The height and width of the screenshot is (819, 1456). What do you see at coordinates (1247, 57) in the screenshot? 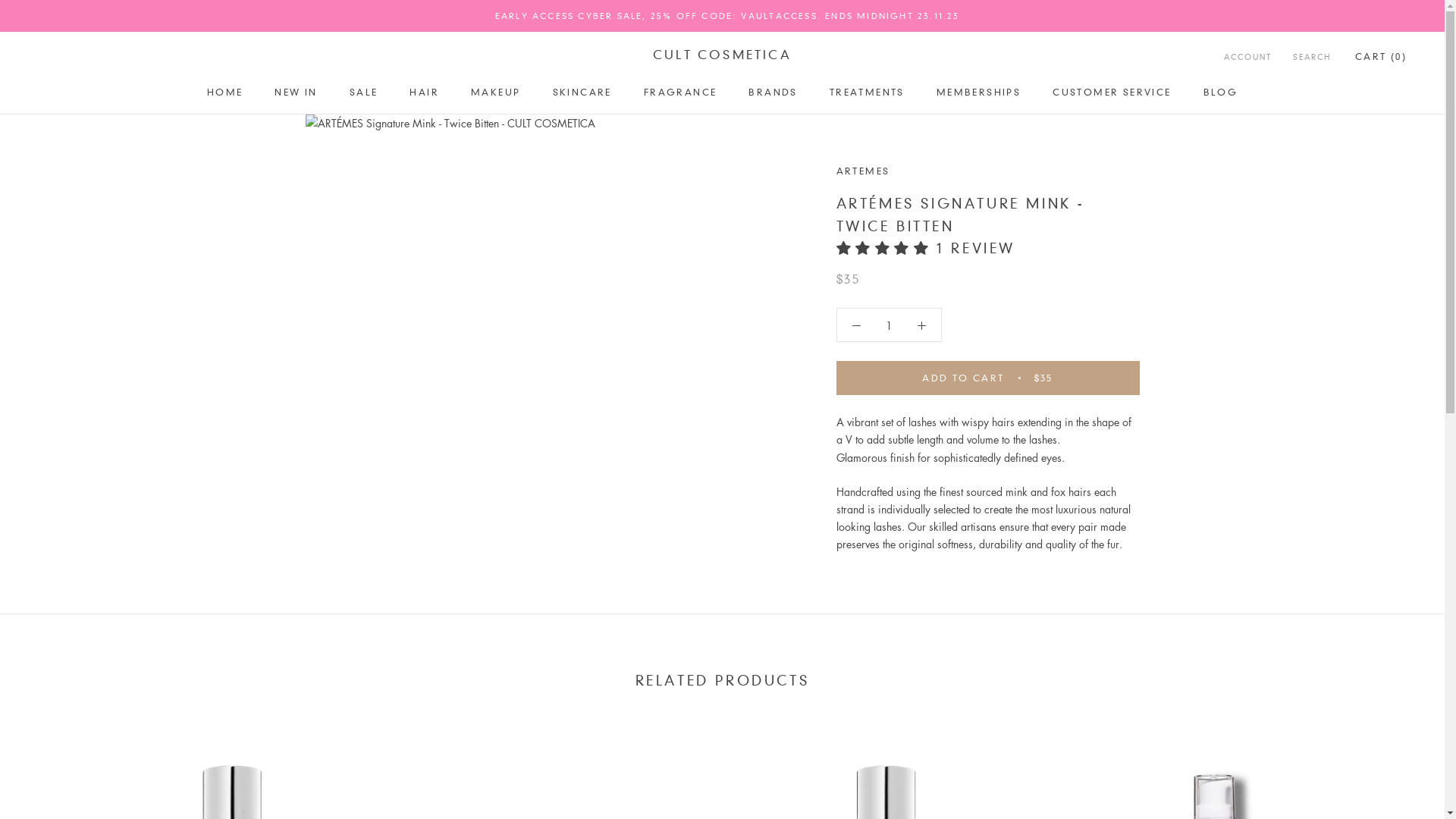
I see `'ACCOUNT'` at bounding box center [1247, 57].